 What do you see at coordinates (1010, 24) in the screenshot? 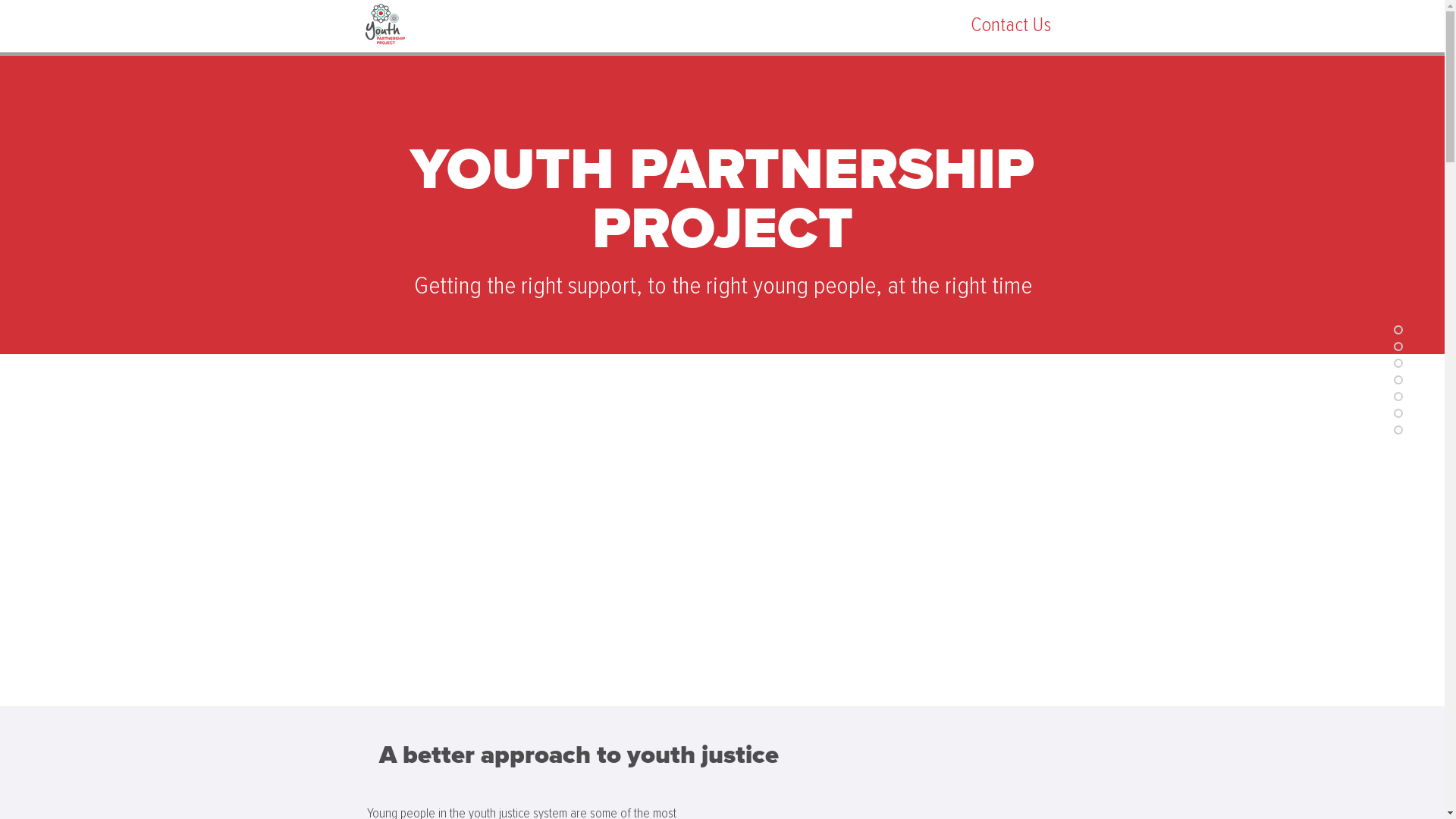
I see `'Contact Us'` at bounding box center [1010, 24].